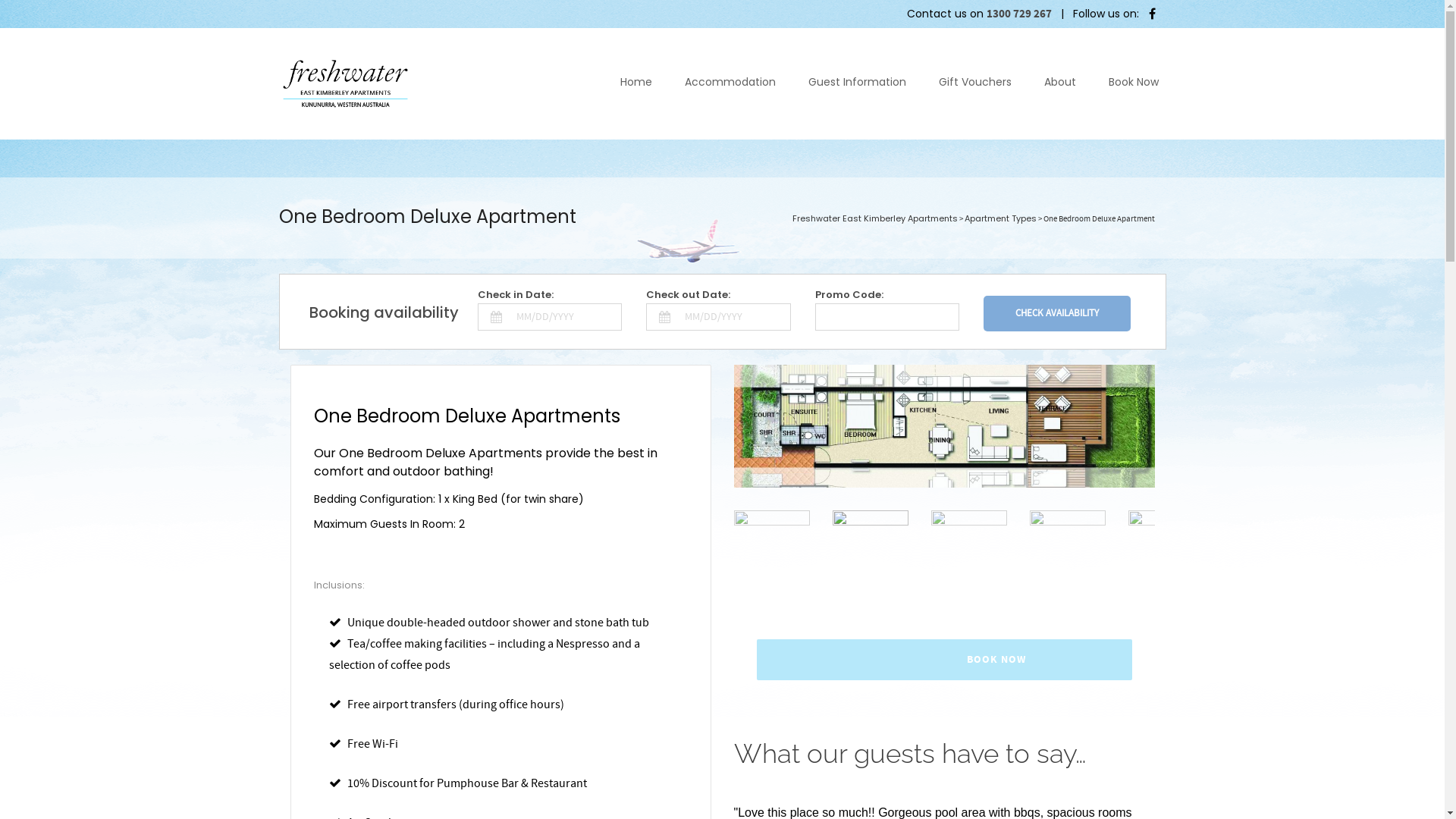 This screenshot has height=819, width=1456. What do you see at coordinates (1056, 312) in the screenshot?
I see `'Check Availability'` at bounding box center [1056, 312].